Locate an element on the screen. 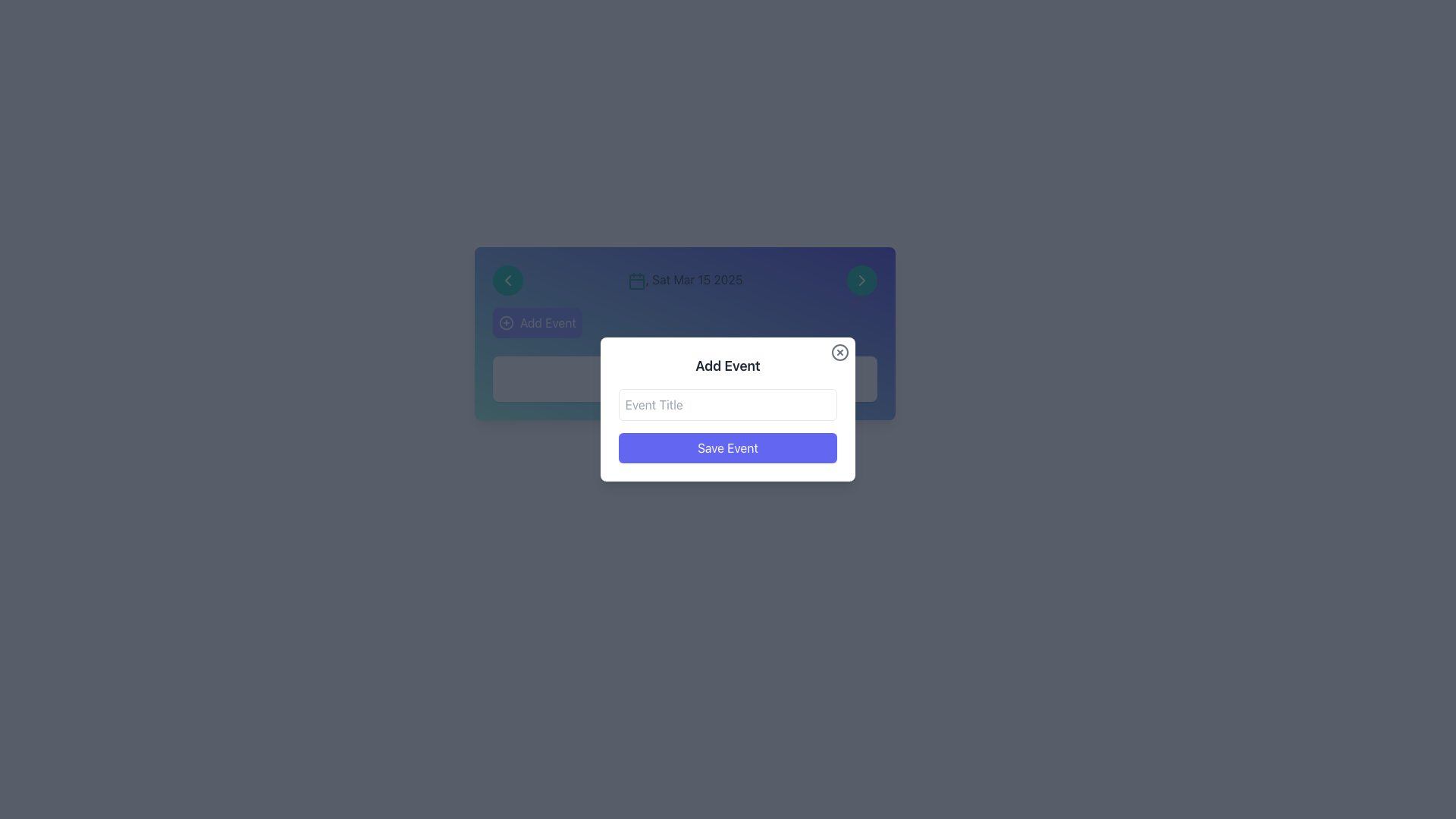 This screenshot has height=819, width=1456. the circular icon with a plus sign, which is located to the left of the text 'Add Event' and enclosed in a purple button with rounded corners is located at coordinates (506, 322).